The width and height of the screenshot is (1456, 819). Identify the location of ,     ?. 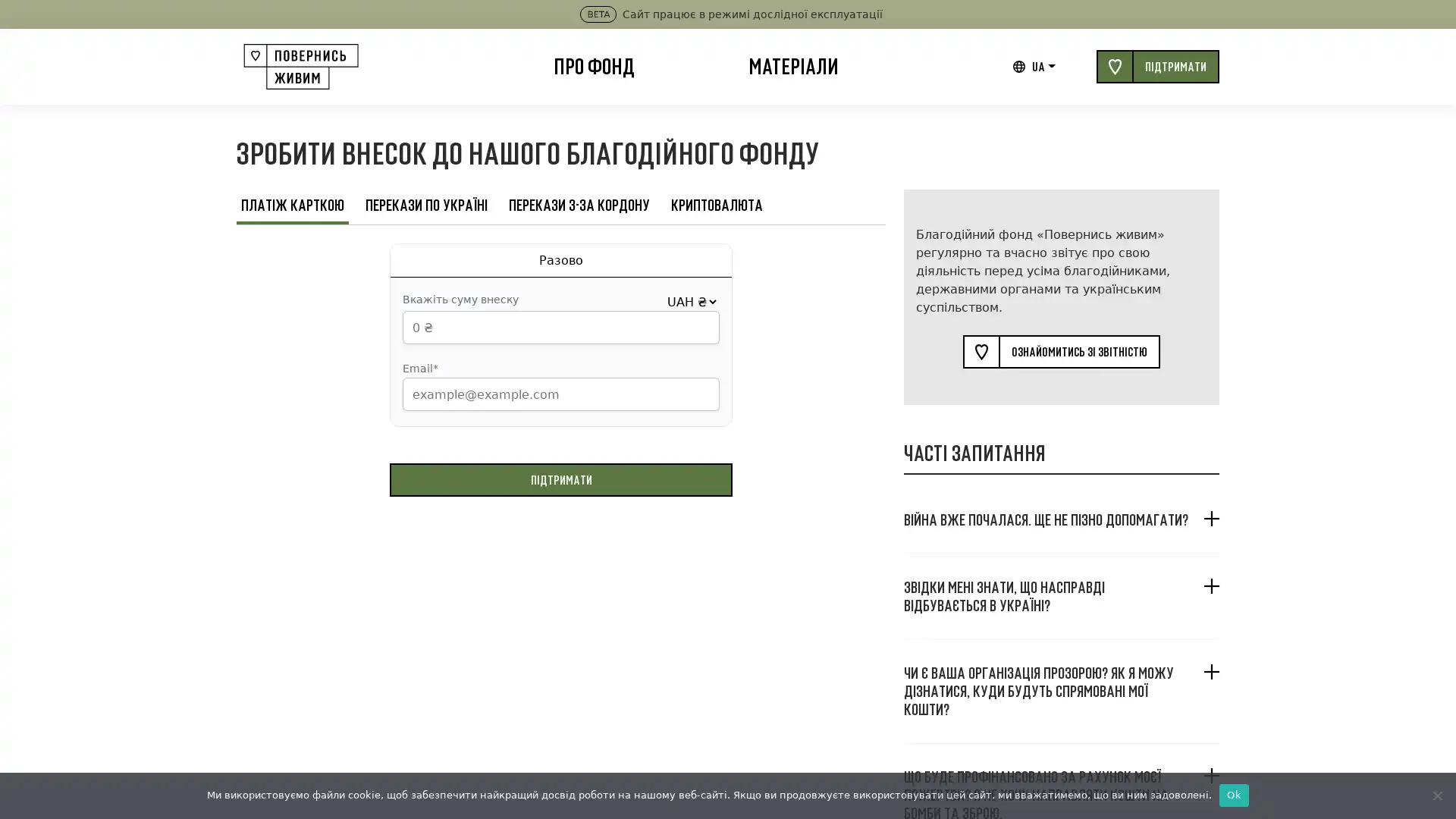
(1061, 595).